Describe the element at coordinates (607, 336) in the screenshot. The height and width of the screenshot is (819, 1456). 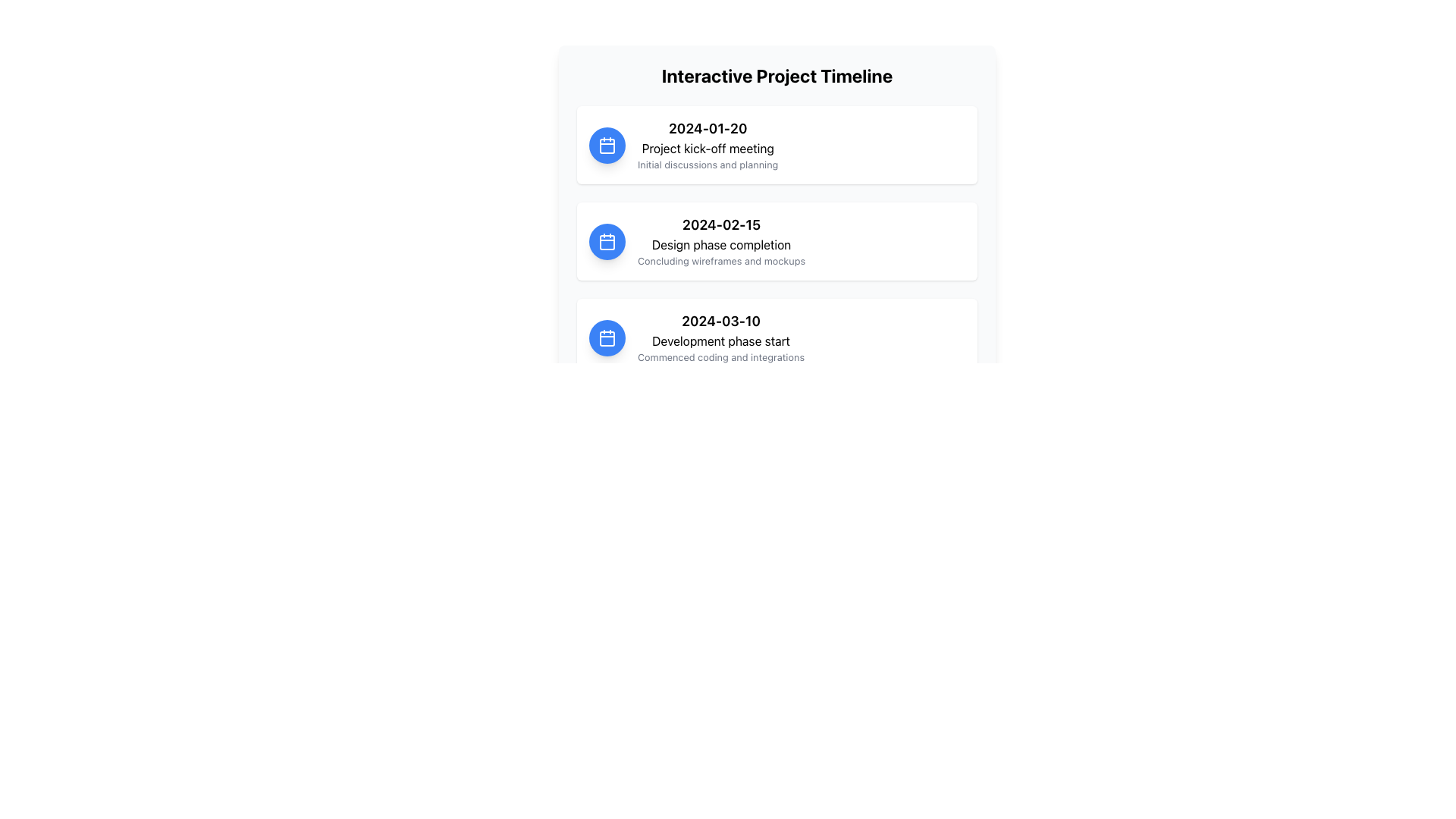
I see `the calendar icon button located at the top left corner of the 'Development phase start' card, which is positioned inside a blue circle` at that location.